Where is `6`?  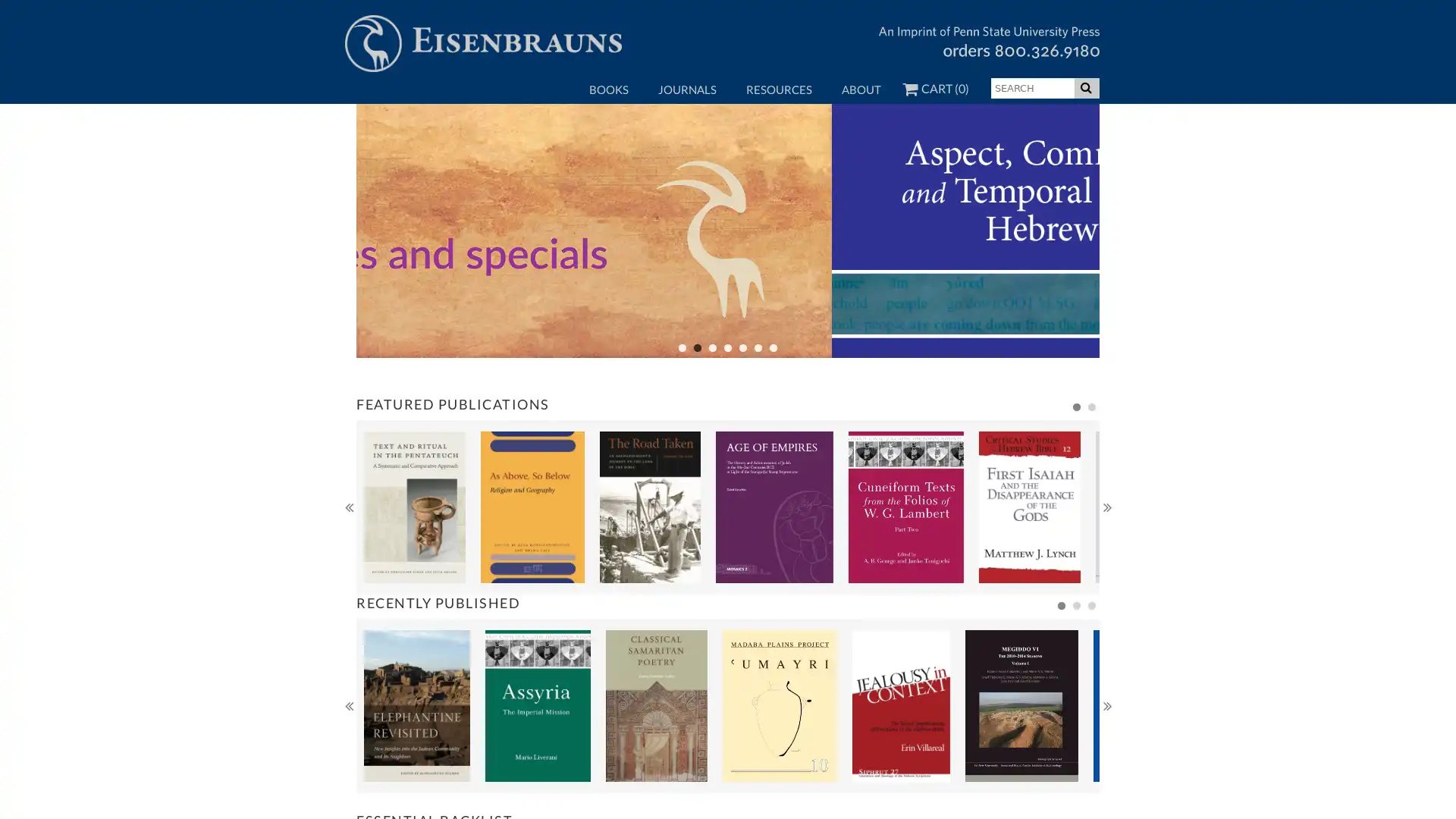 6 is located at coordinates (758, 405).